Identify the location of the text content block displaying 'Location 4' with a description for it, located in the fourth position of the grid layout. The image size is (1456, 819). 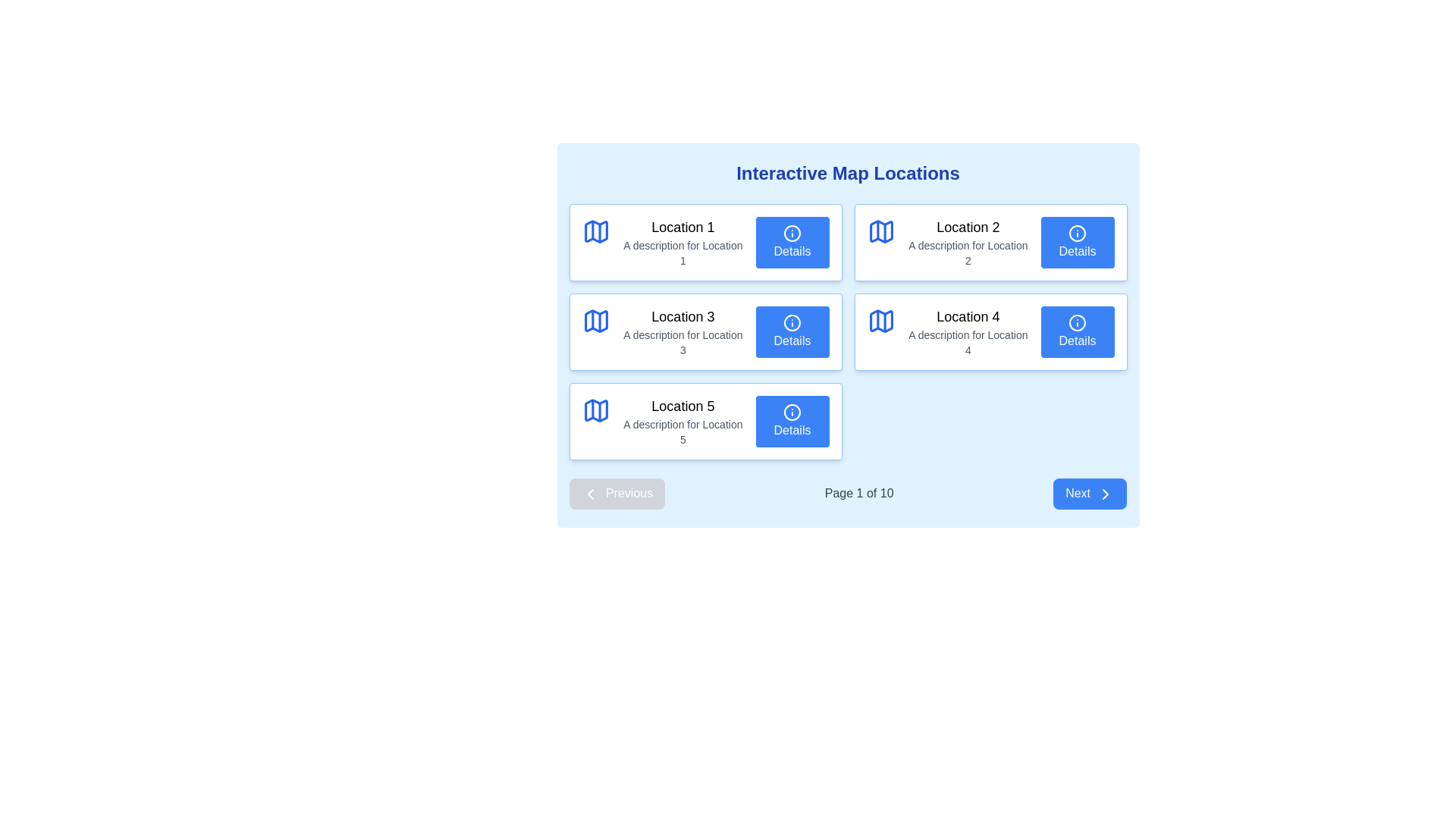
(967, 331).